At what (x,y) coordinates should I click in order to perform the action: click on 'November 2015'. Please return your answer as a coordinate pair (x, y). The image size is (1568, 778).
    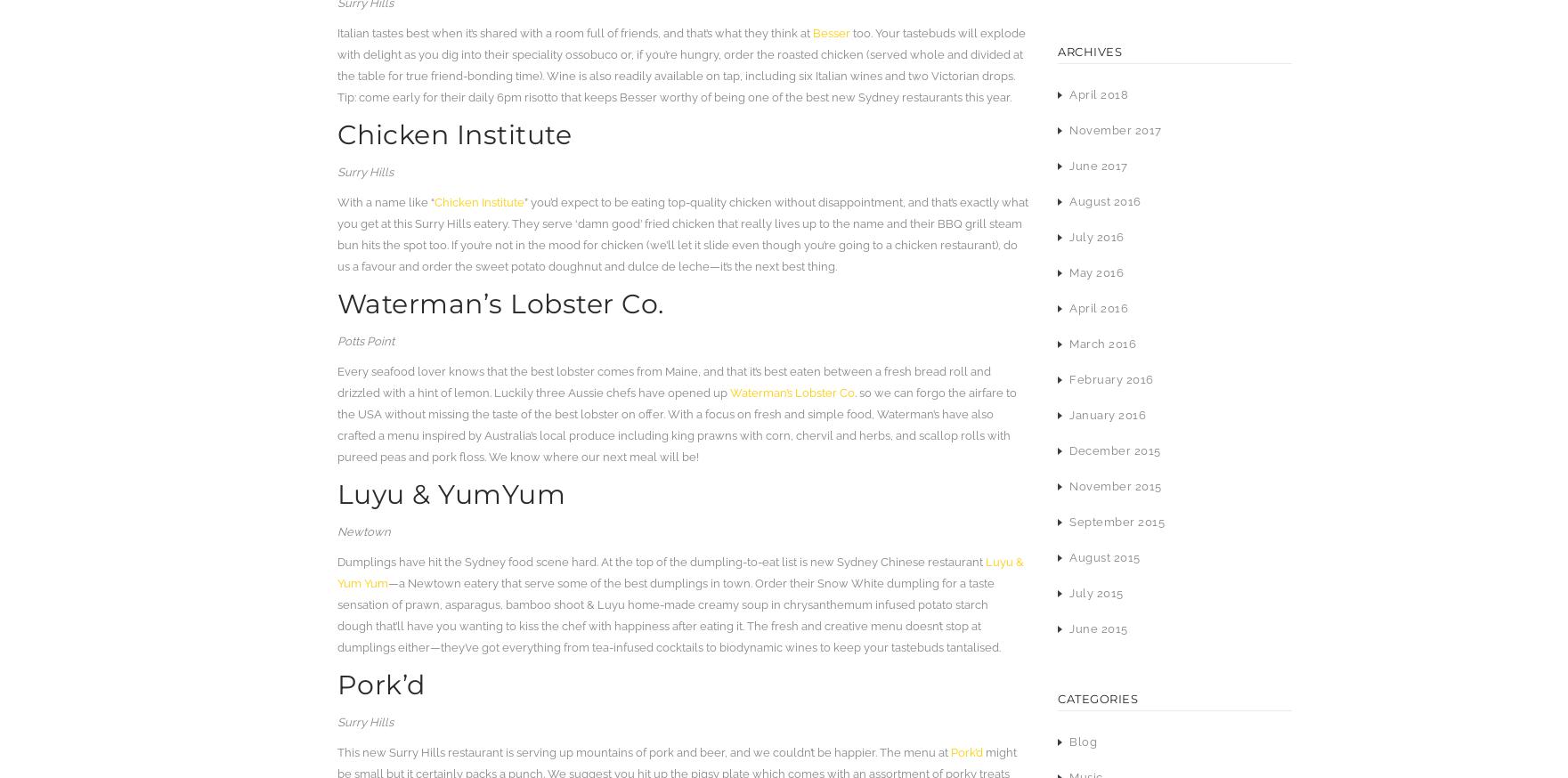
    Looking at the image, I should click on (1115, 486).